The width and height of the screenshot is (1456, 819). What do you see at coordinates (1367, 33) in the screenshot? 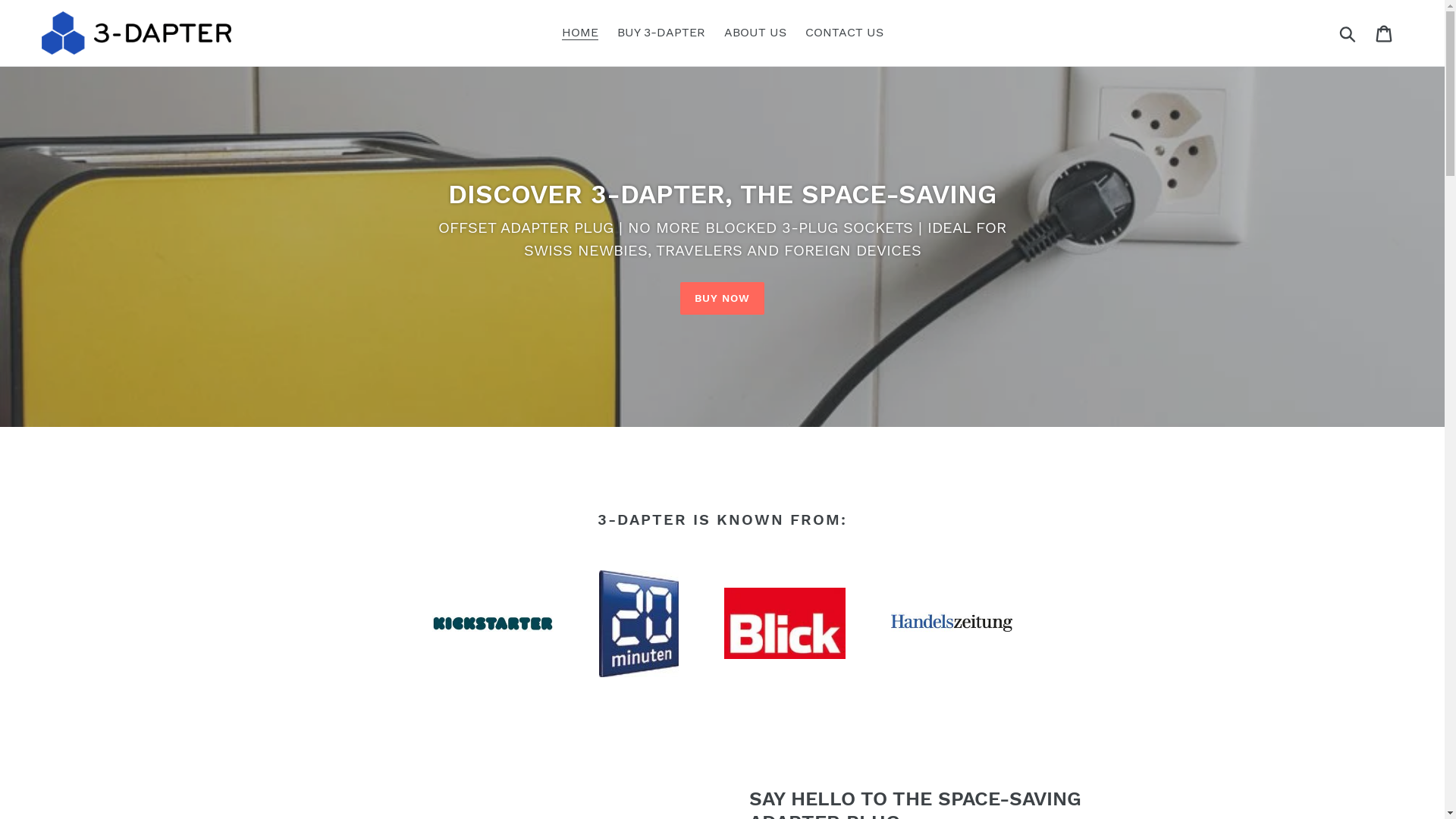
I see `'Cart'` at bounding box center [1367, 33].